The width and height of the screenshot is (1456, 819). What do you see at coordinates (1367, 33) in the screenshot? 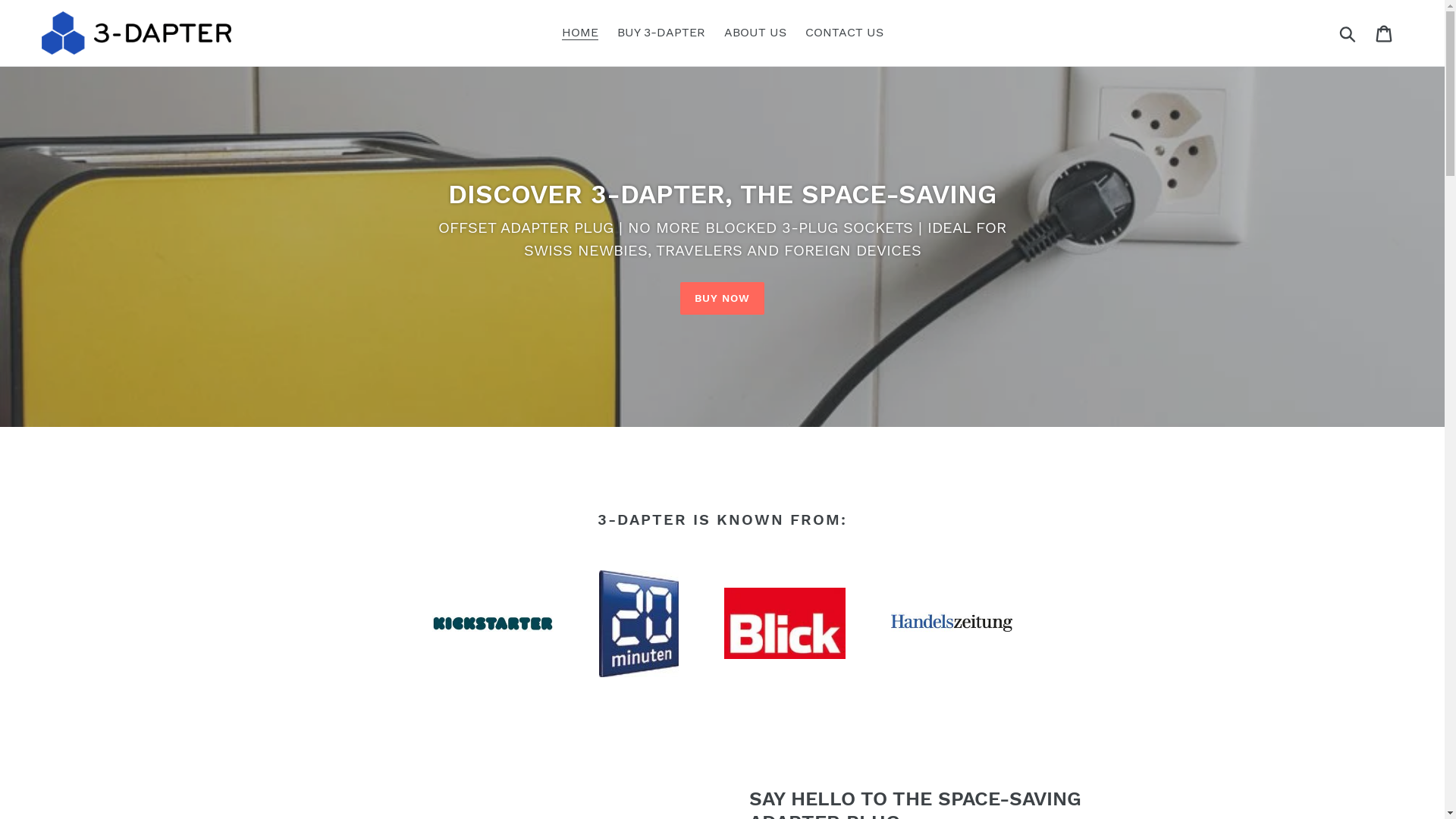
I see `'Cart'` at bounding box center [1367, 33].